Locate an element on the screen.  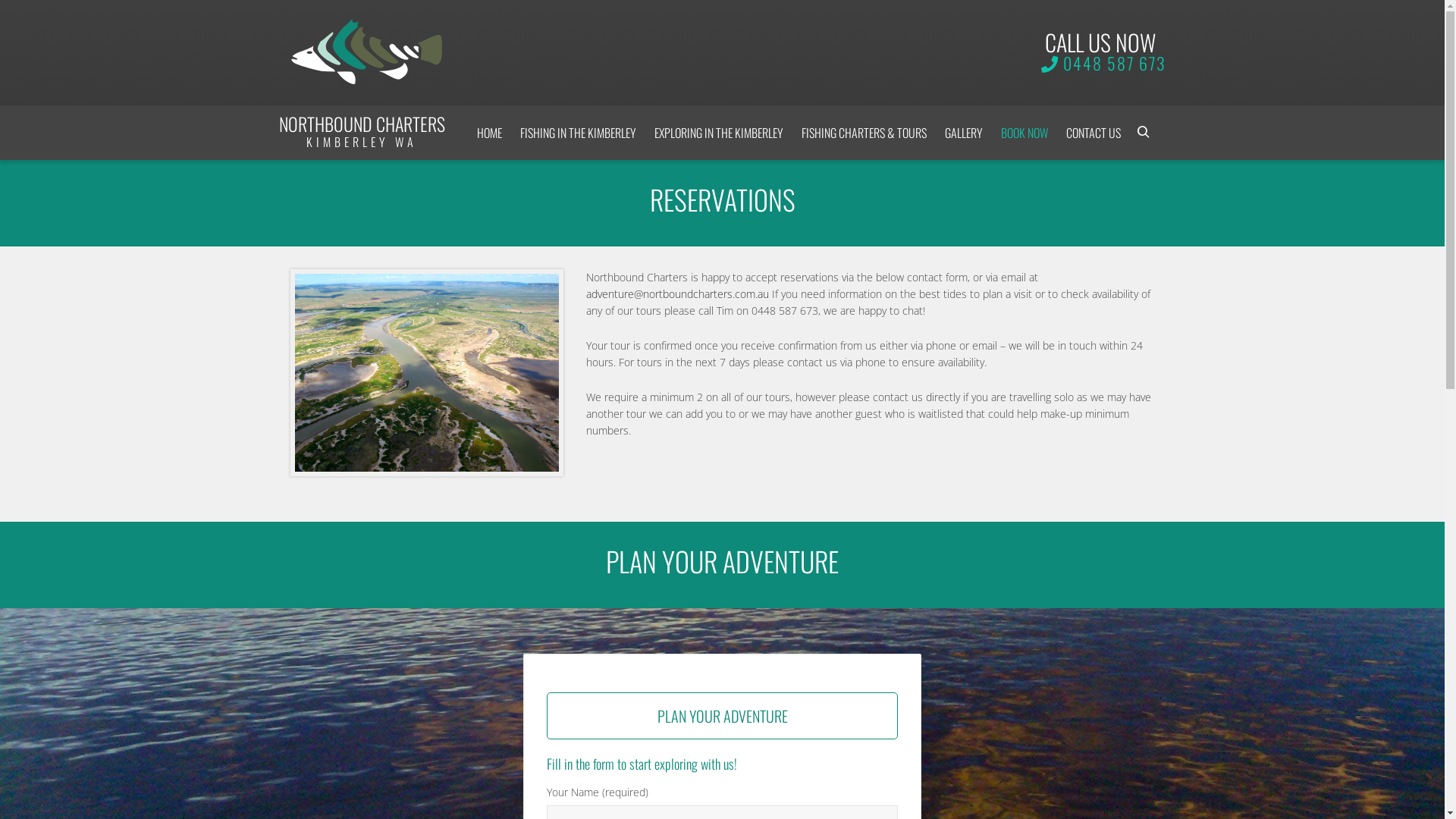
'BOOK NOW' is located at coordinates (1024, 133).